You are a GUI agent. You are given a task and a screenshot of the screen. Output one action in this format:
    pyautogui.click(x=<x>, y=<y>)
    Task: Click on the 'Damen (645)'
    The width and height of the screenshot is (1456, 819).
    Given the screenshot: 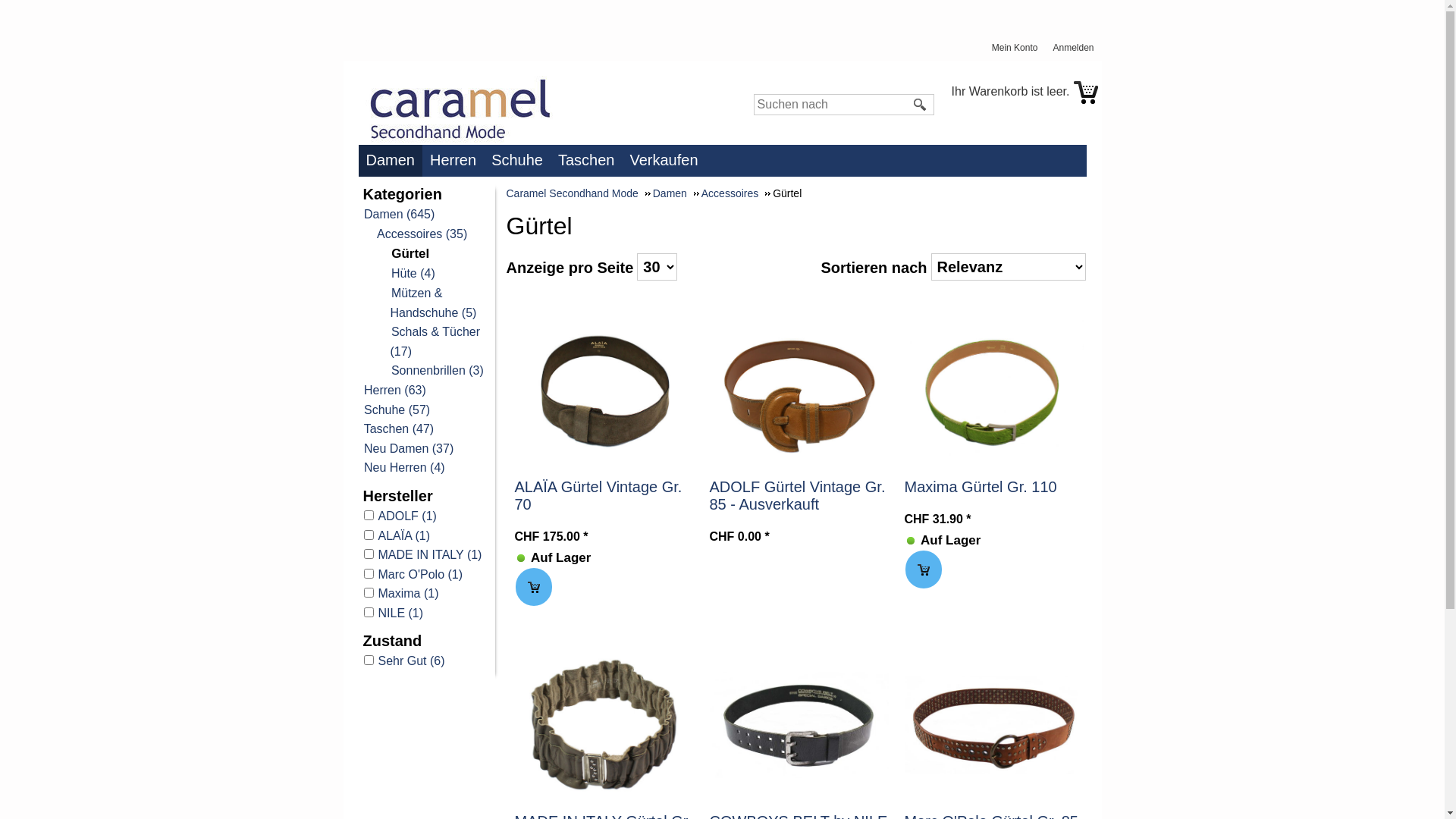 What is the action you would take?
    pyautogui.click(x=398, y=214)
    